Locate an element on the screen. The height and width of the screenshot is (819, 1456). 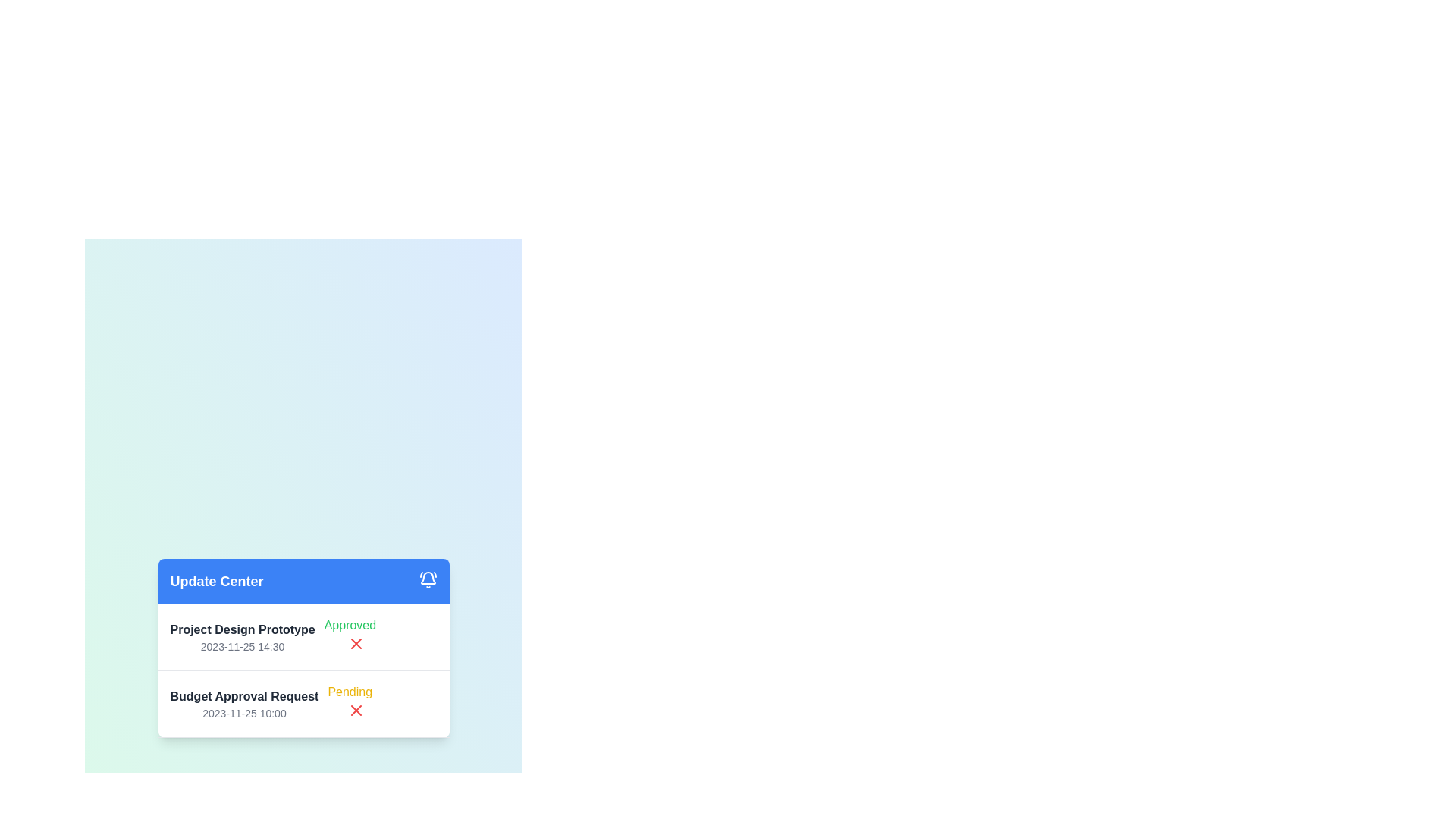
text displayed in the second entry of the task or notification list, which shows a title and timestamp, located below 'Project Design Prototype' and above 'Pending' and the red 'X' icon is located at coordinates (244, 704).